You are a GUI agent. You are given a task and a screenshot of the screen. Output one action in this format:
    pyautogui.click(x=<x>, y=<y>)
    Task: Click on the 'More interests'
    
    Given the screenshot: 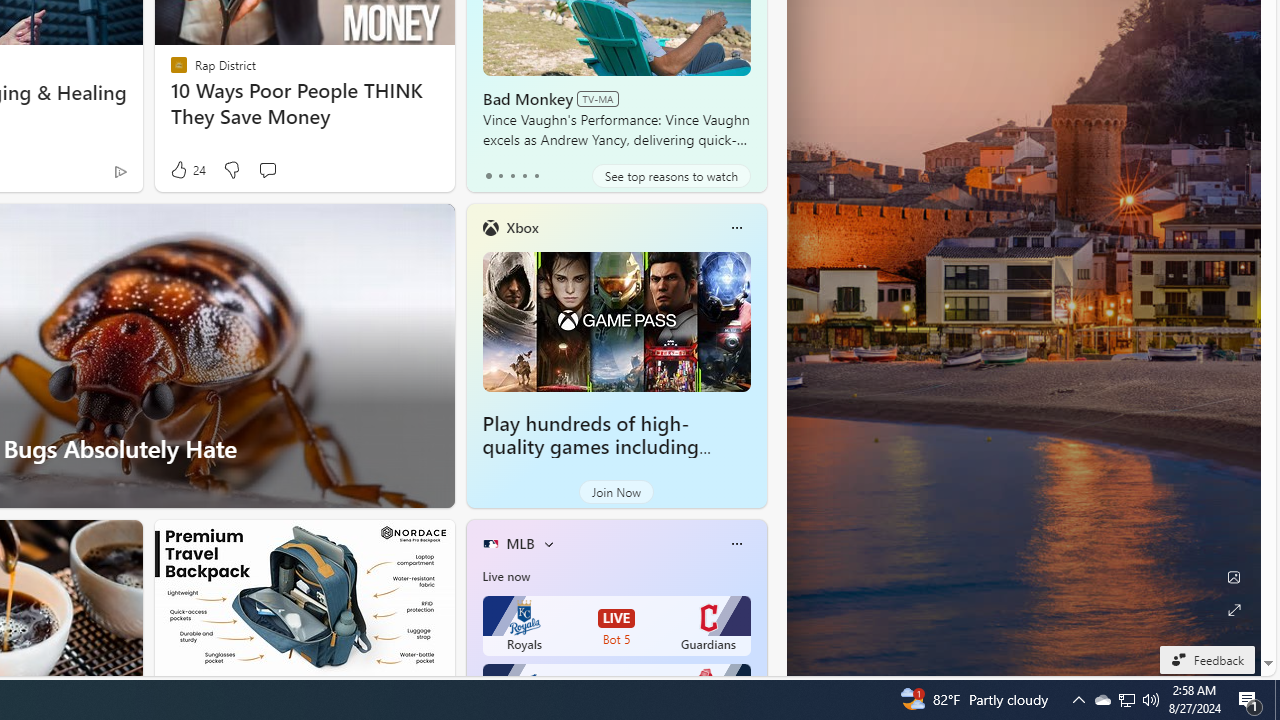 What is the action you would take?
    pyautogui.click(x=548, y=543)
    